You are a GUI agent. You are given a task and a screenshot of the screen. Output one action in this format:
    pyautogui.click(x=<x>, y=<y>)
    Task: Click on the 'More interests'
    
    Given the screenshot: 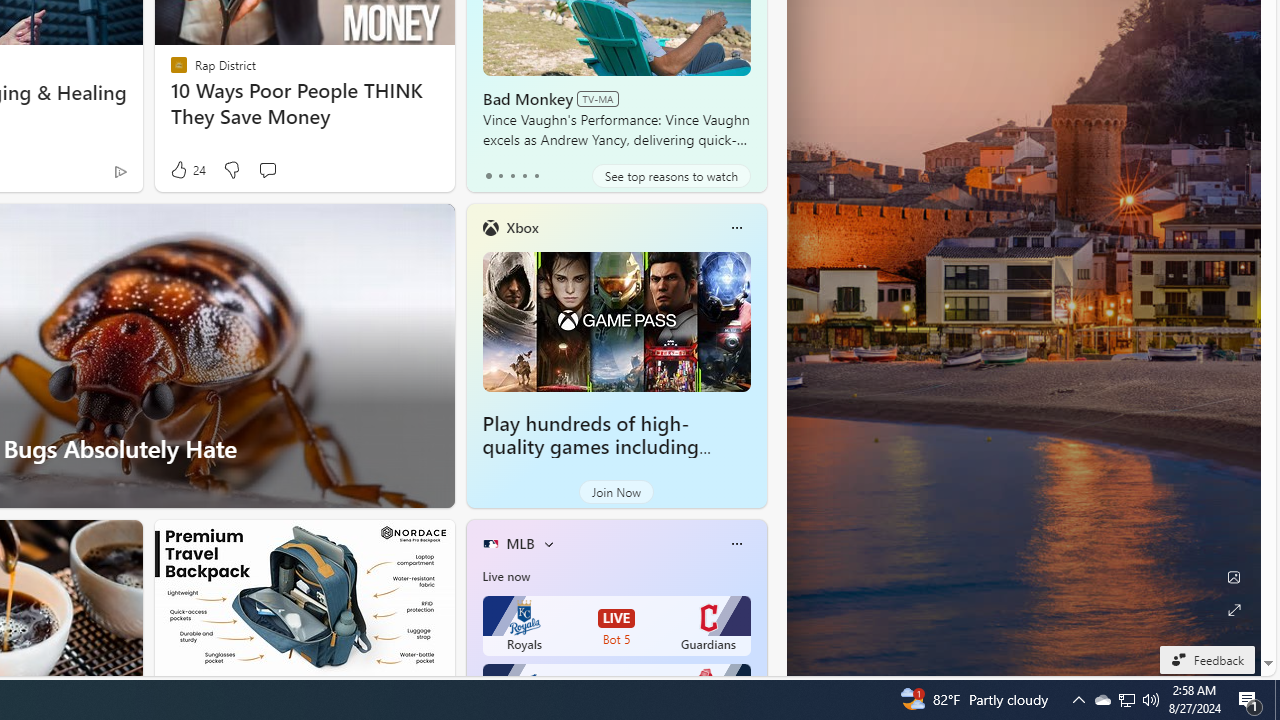 What is the action you would take?
    pyautogui.click(x=548, y=543)
    